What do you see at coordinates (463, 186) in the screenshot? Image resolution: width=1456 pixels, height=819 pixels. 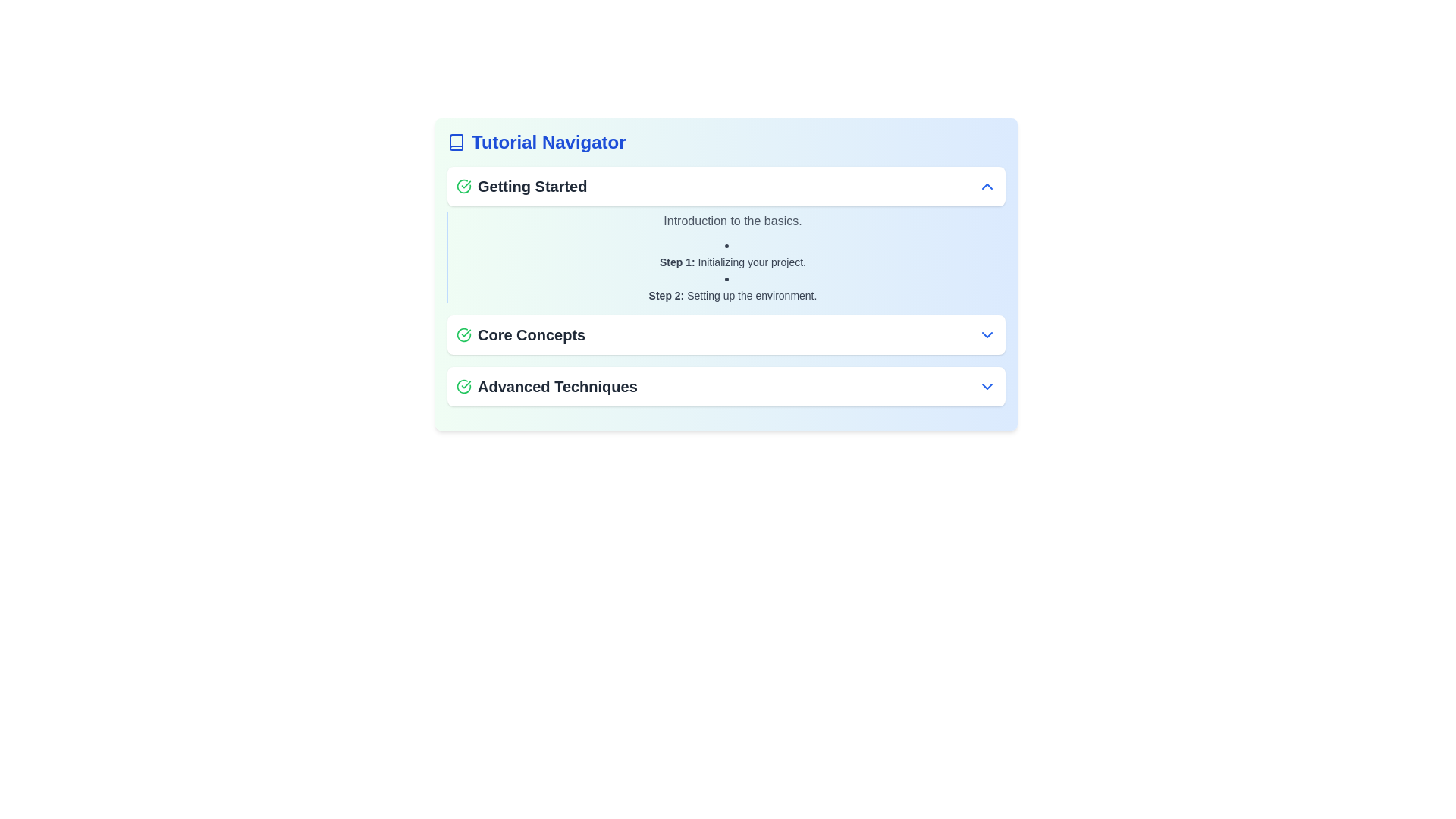 I see `the Status indicator icon that indicates the completion or progress of the 'Getting Started' section, located at the start of the text 'Getting Started'` at bounding box center [463, 186].